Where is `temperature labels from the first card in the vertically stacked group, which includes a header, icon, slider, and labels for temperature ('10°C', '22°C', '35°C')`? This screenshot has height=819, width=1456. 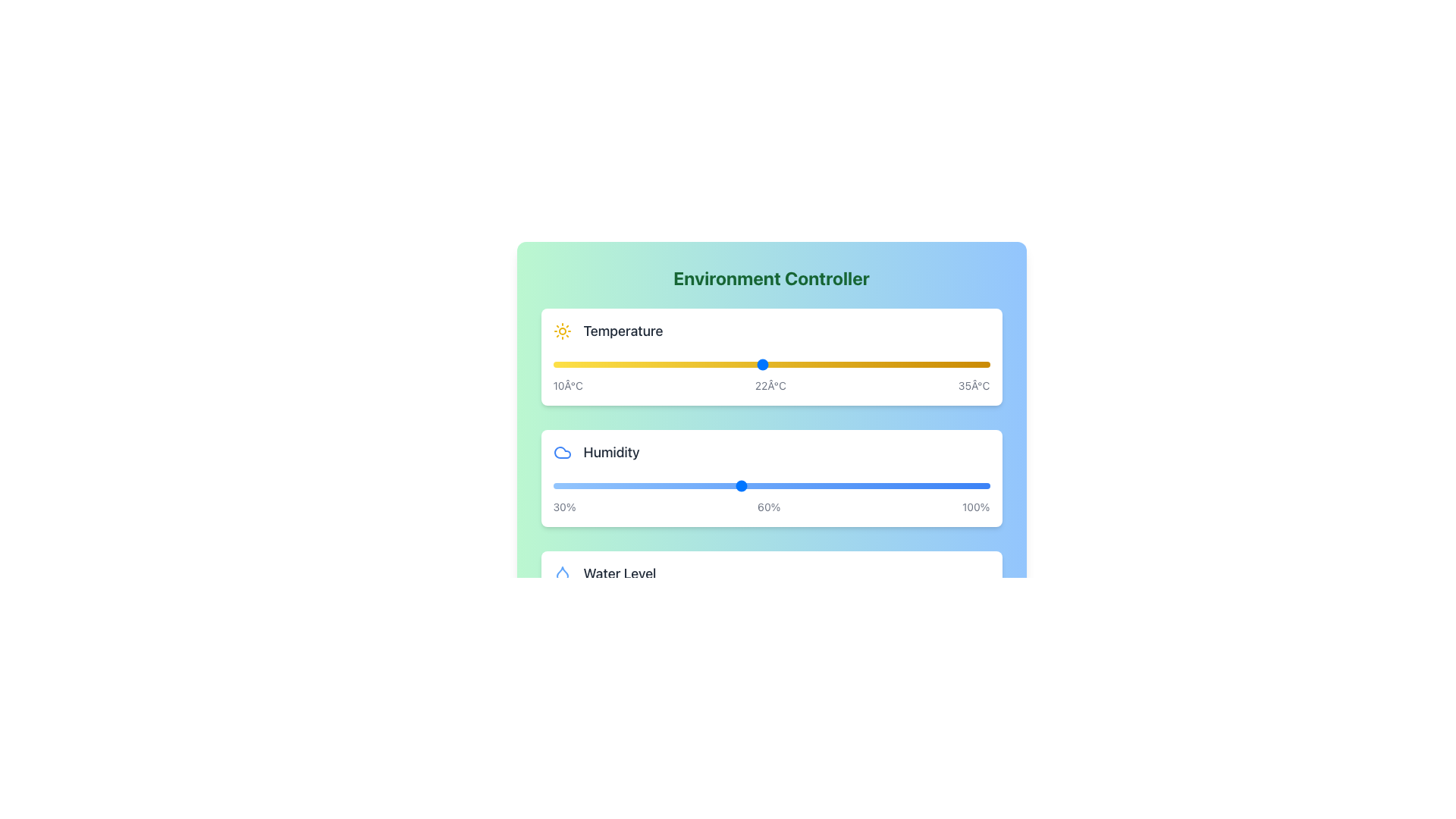 temperature labels from the first card in the vertically stacked group, which includes a header, icon, slider, and labels for temperature ('10°C', '22°C', '35°C') is located at coordinates (771, 356).